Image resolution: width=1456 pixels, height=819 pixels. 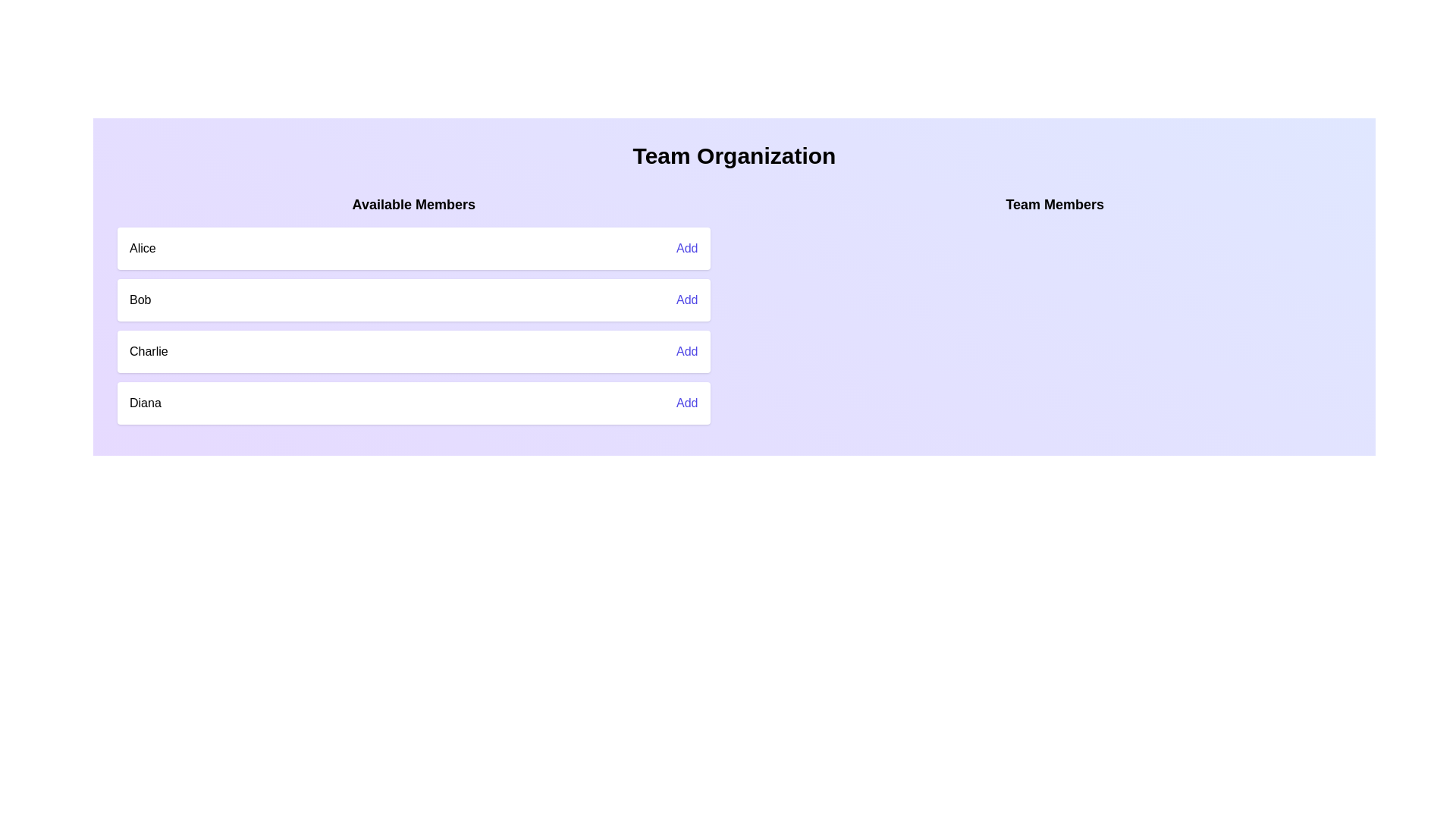 What do you see at coordinates (686, 300) in the screenshot?
I see `'Add' button for the member Bob to add them to the team` at bounding box center [686, 300].